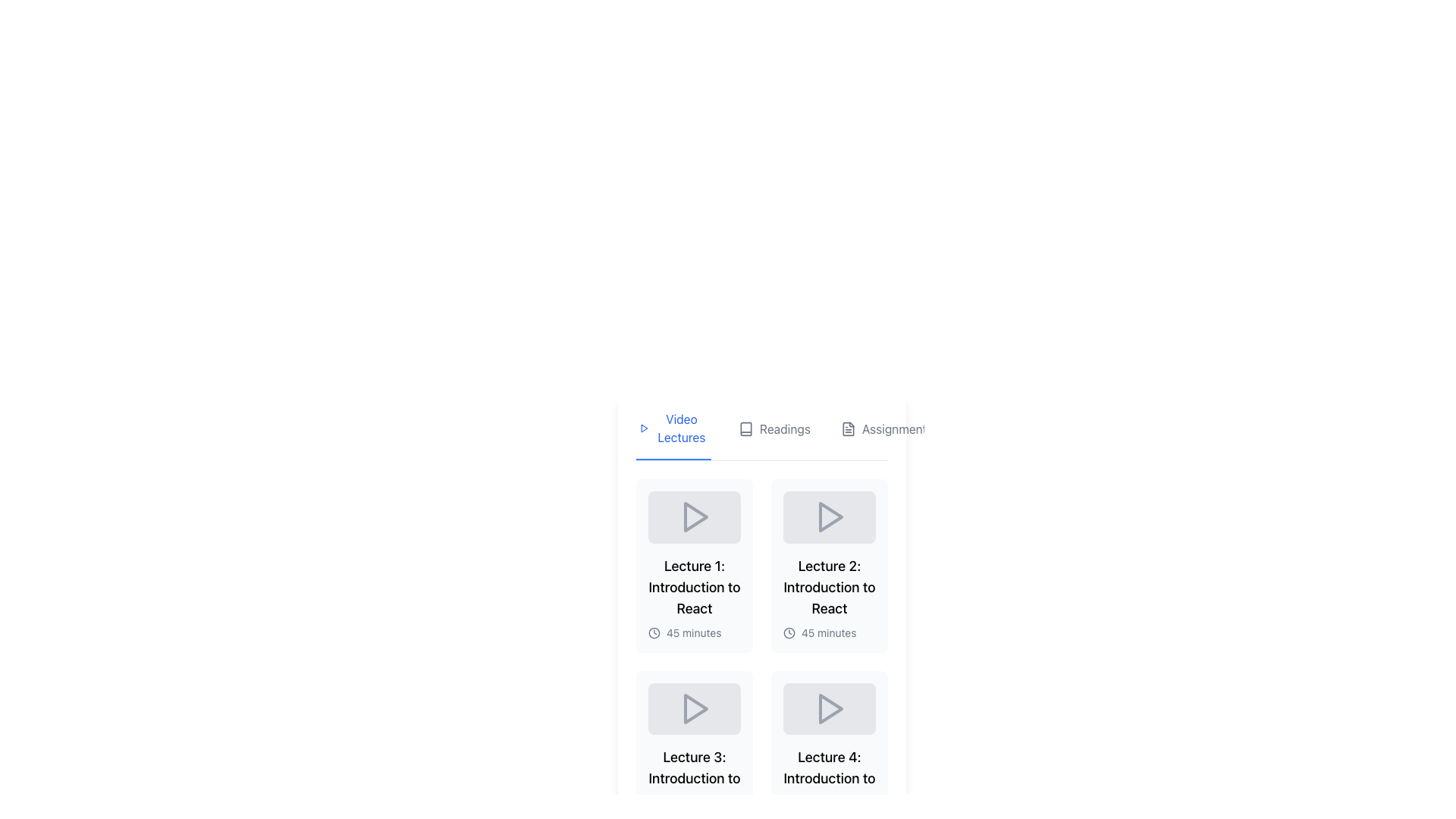 The image size is (1456, 819). What do you see at coordinates (745, 429) in the screenshot?
I see `the small book icon representing the 'Readings' section, located between the 'Video Lectures' and 'Assignment' icons in the navigation area` at bounding box center [745, 429].